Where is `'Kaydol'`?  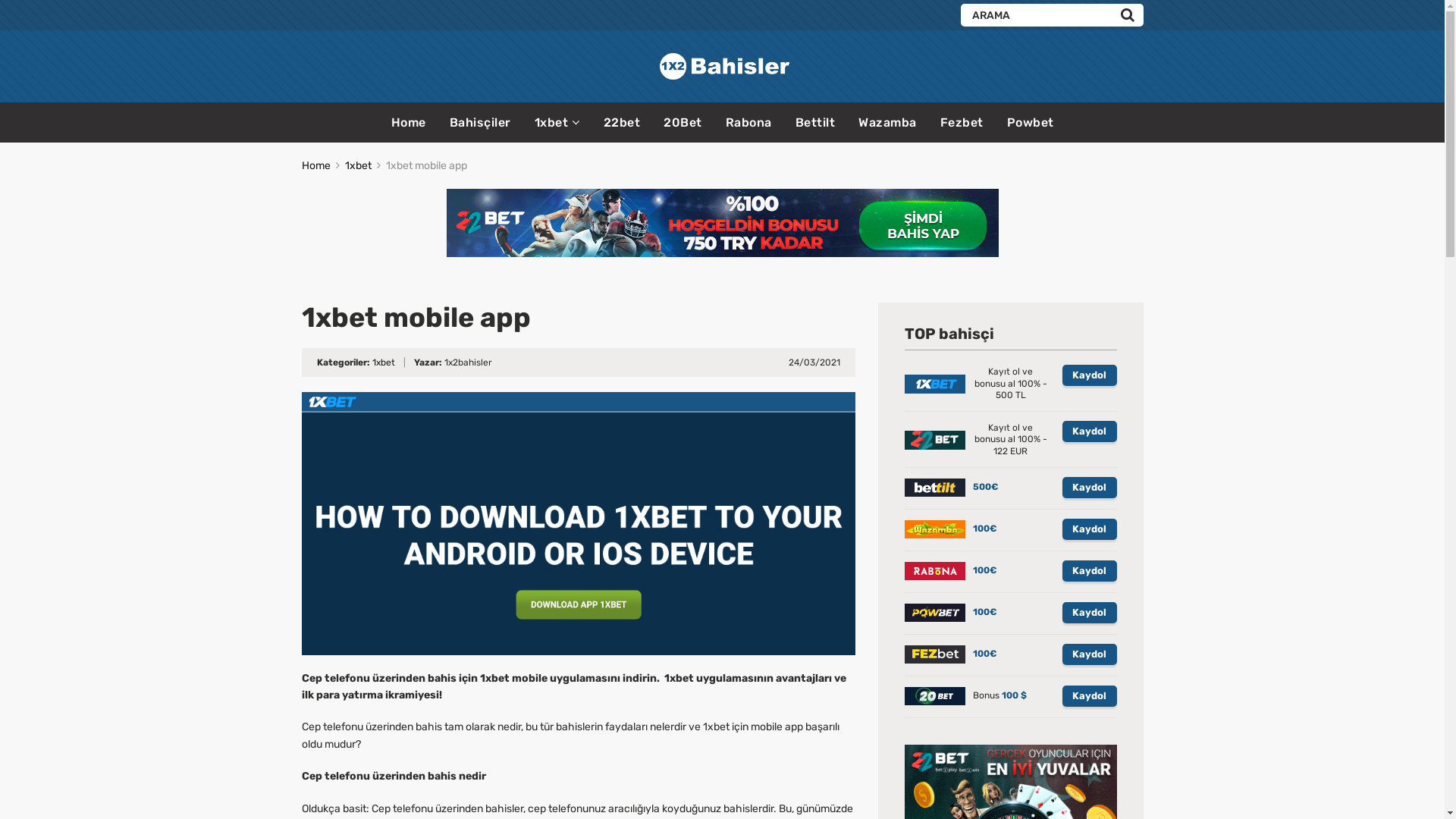 'Kaydol' is located at coordinates (1087, 375).